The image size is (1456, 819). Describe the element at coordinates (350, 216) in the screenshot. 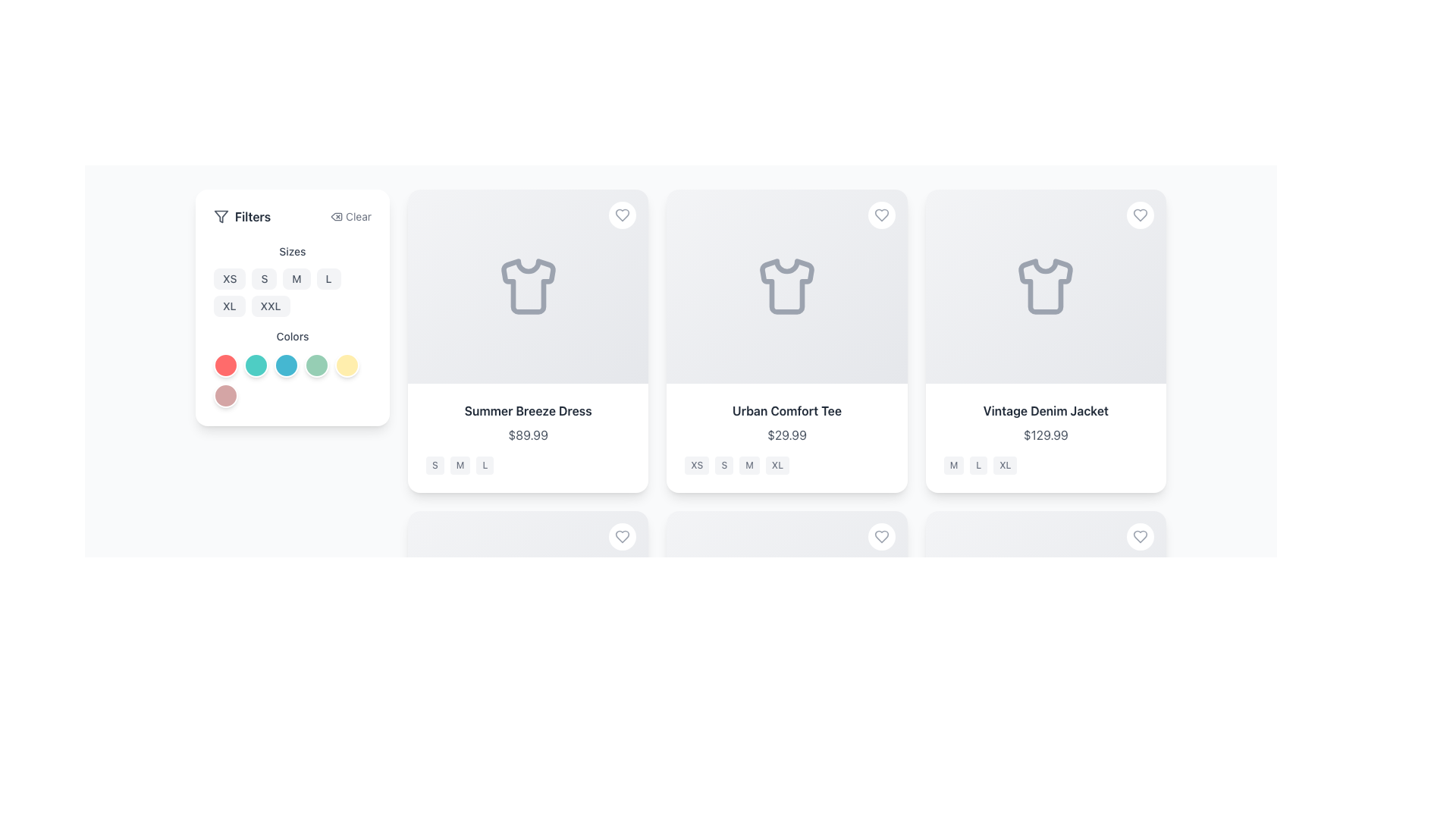

I see `the 'Clear' button in the upper-right corner of the filter section, which features a delete icon and gray text, to clear filters` at that location.